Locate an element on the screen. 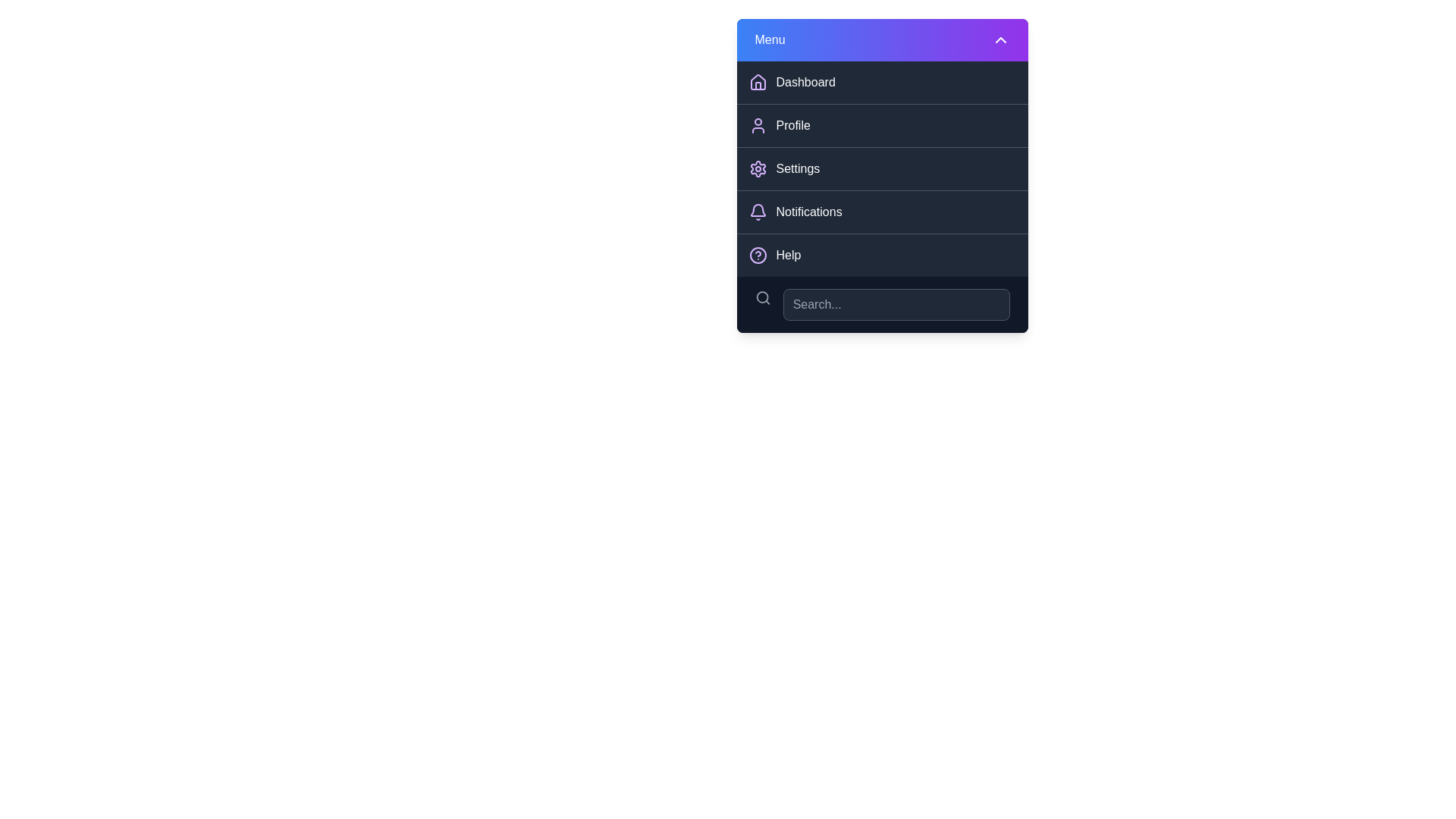 This screenshot has width=1456, height=819. the fourth item in the vertically stacked menu list, located between 'Settings' and 'Help', for accessibility navigation is located at coordinates (882, 212).